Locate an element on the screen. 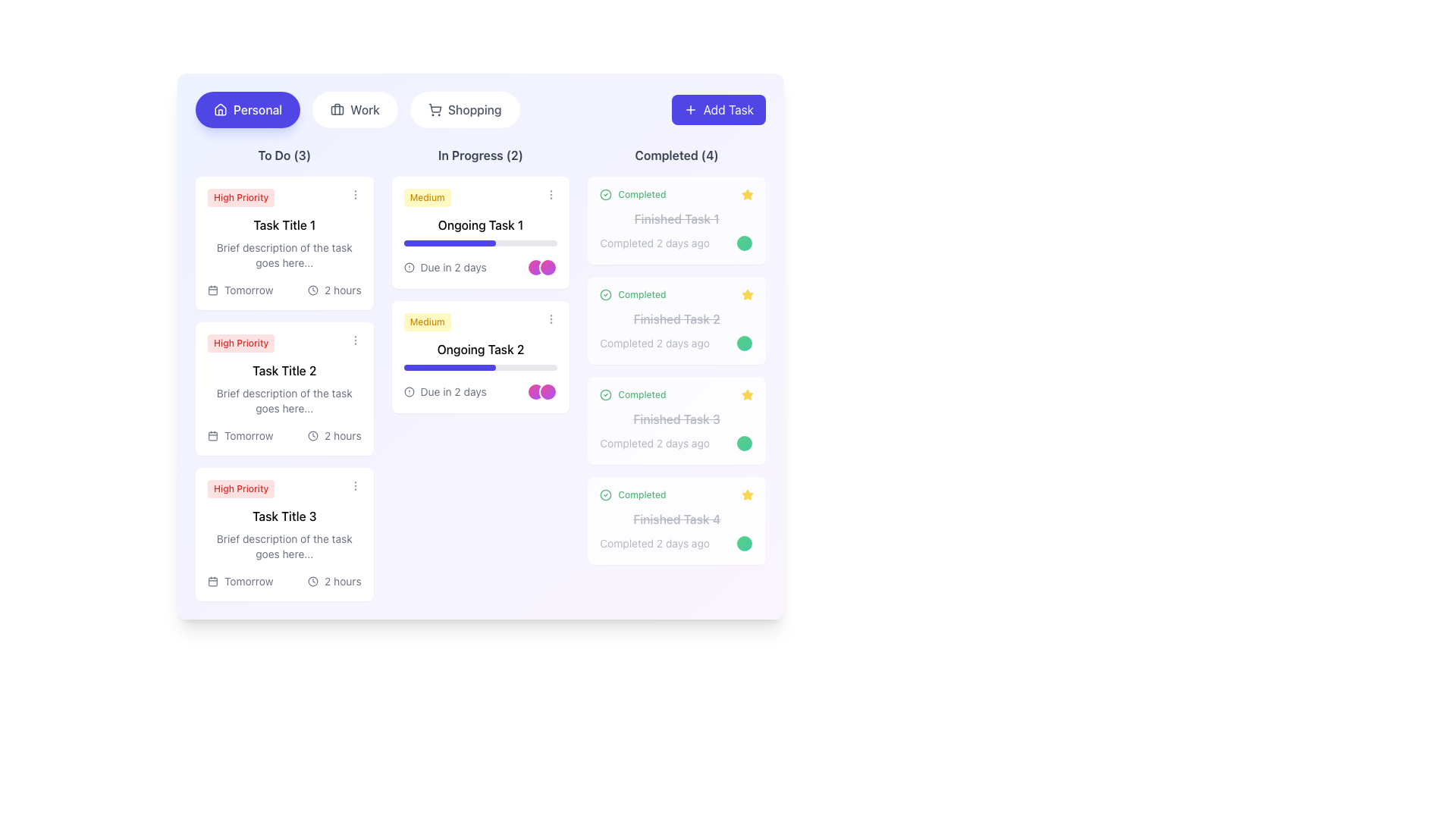 The height and width of the screenshot is (819, 1456). the decorative rectangle component of the calendar icon located in the bottom-left corner of the task card titled 'Task Title 1' in the 'To Do' list column is located at coordinates (212, 290).